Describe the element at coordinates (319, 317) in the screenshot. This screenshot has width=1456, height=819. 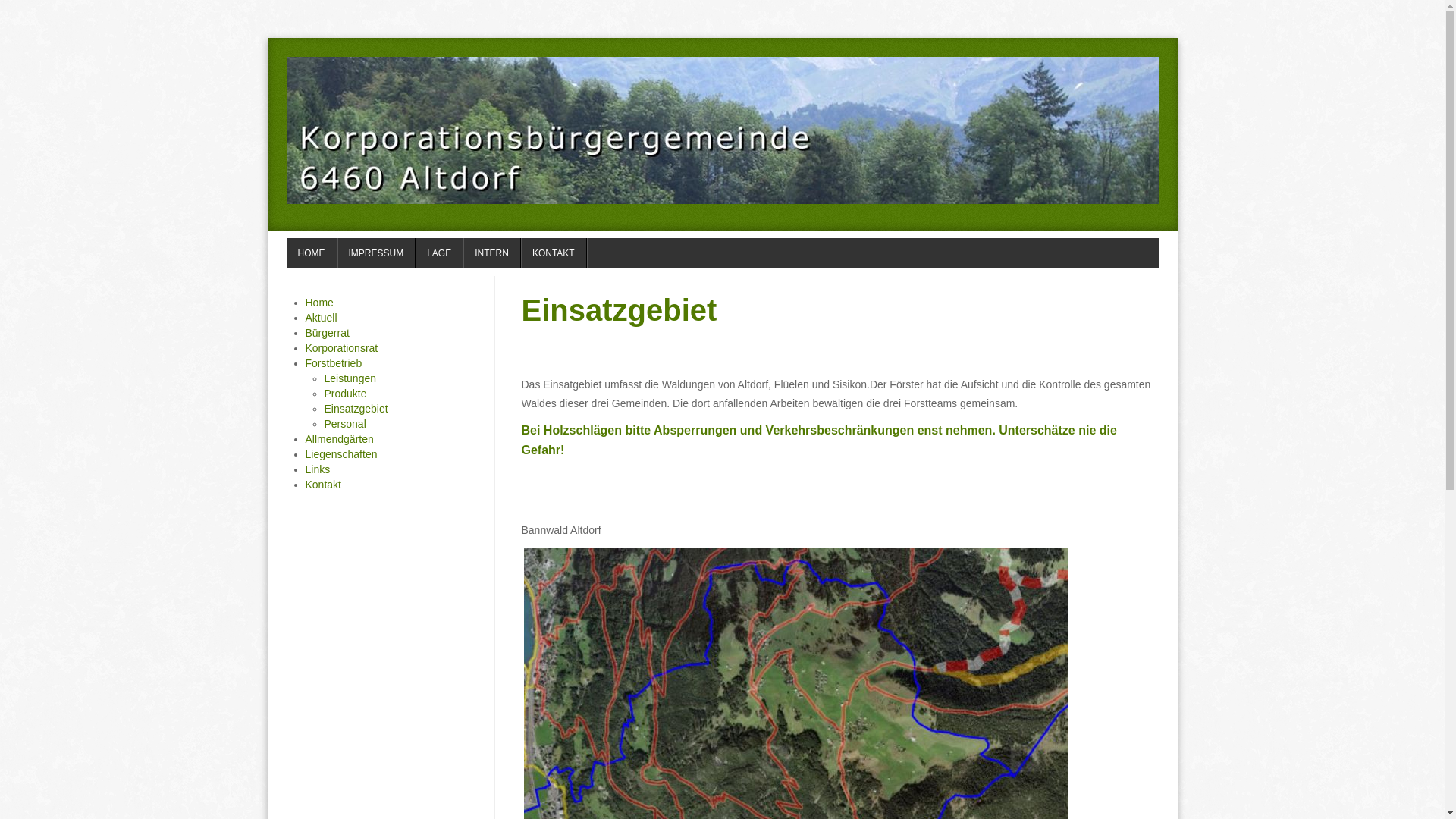
I see `'Aktuell'` at that location.